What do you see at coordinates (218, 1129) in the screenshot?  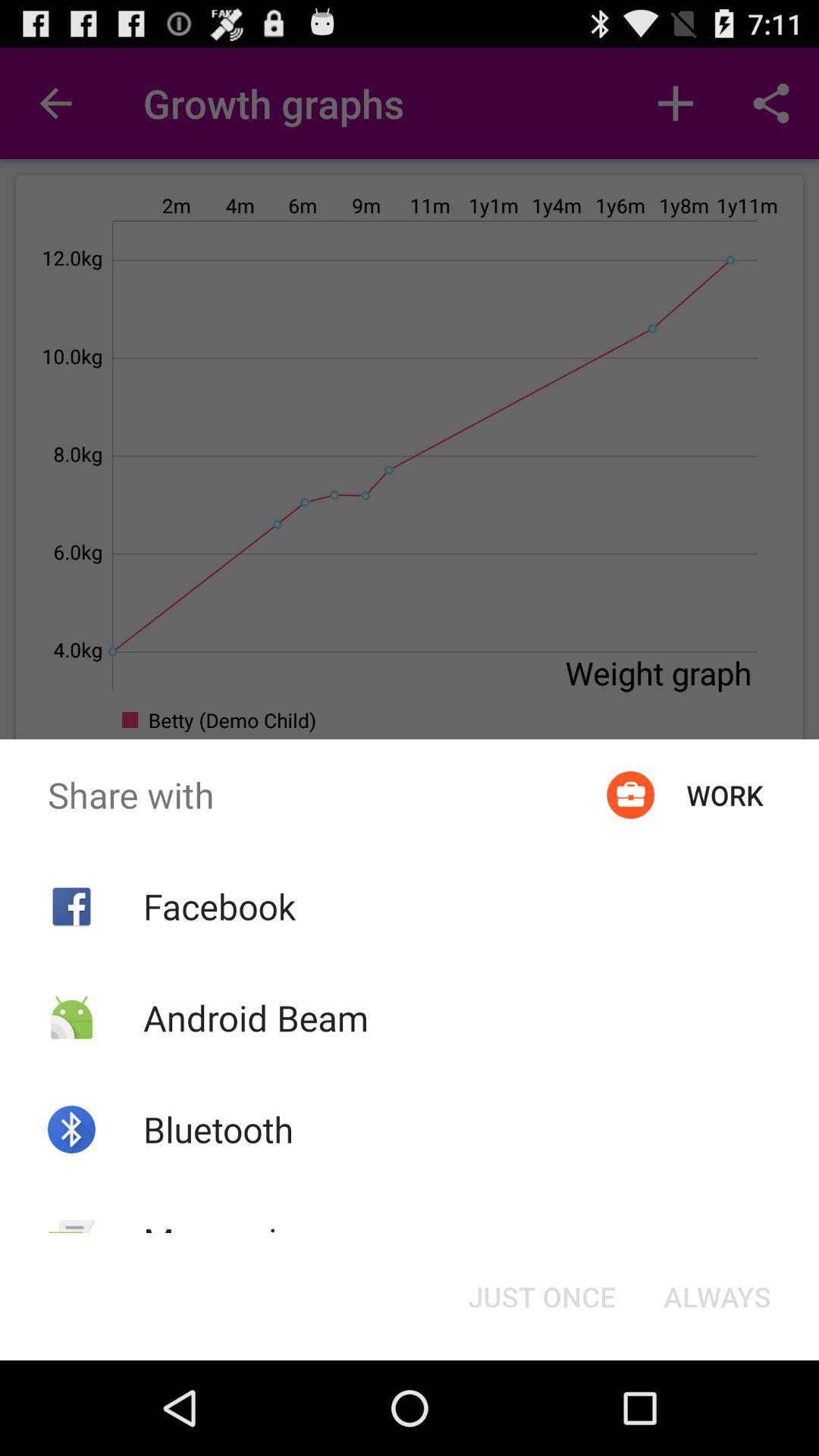 I see `the bluetooth` at bounding box center [218, 1129].